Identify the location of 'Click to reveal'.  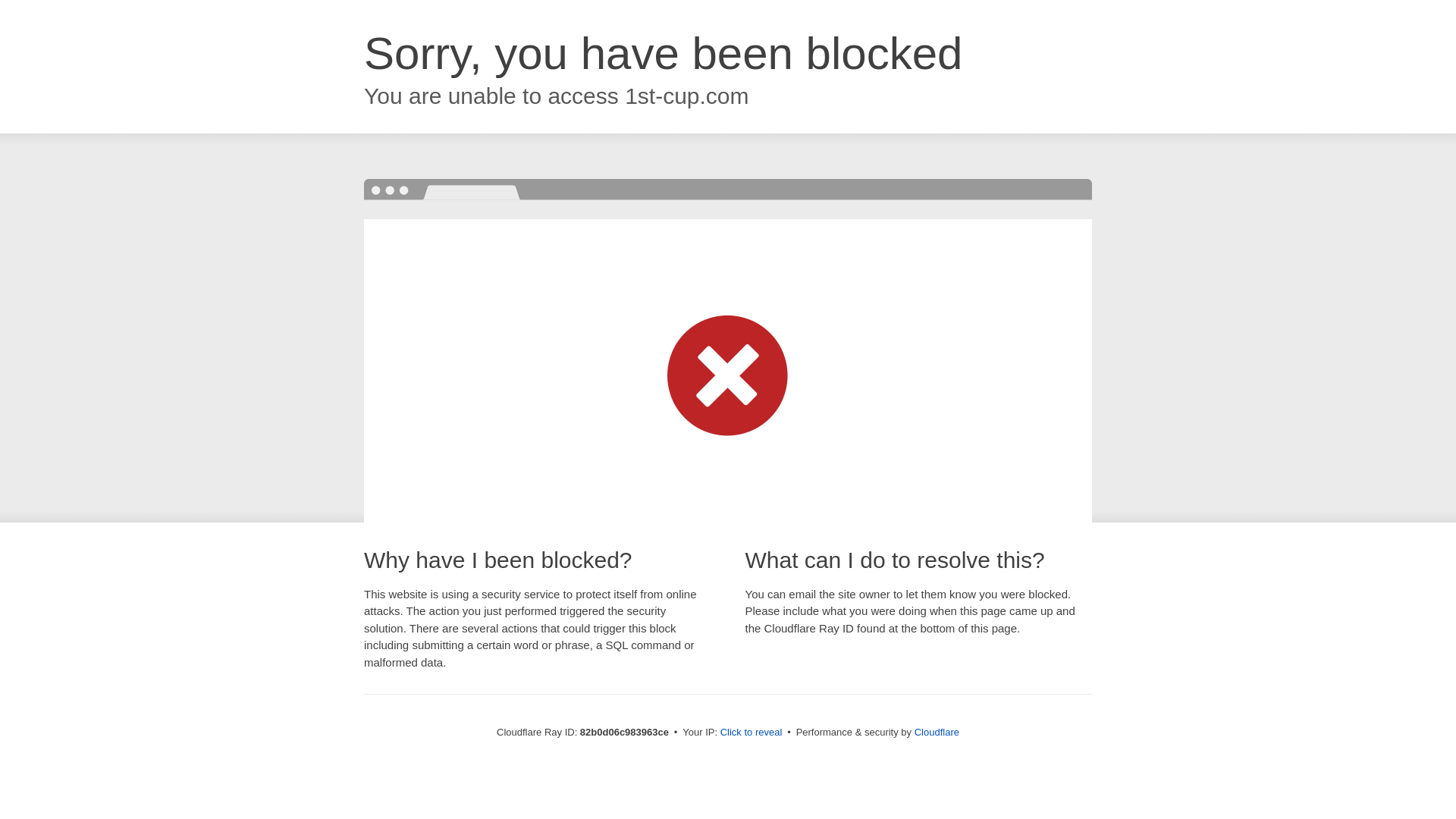
(751, 731).